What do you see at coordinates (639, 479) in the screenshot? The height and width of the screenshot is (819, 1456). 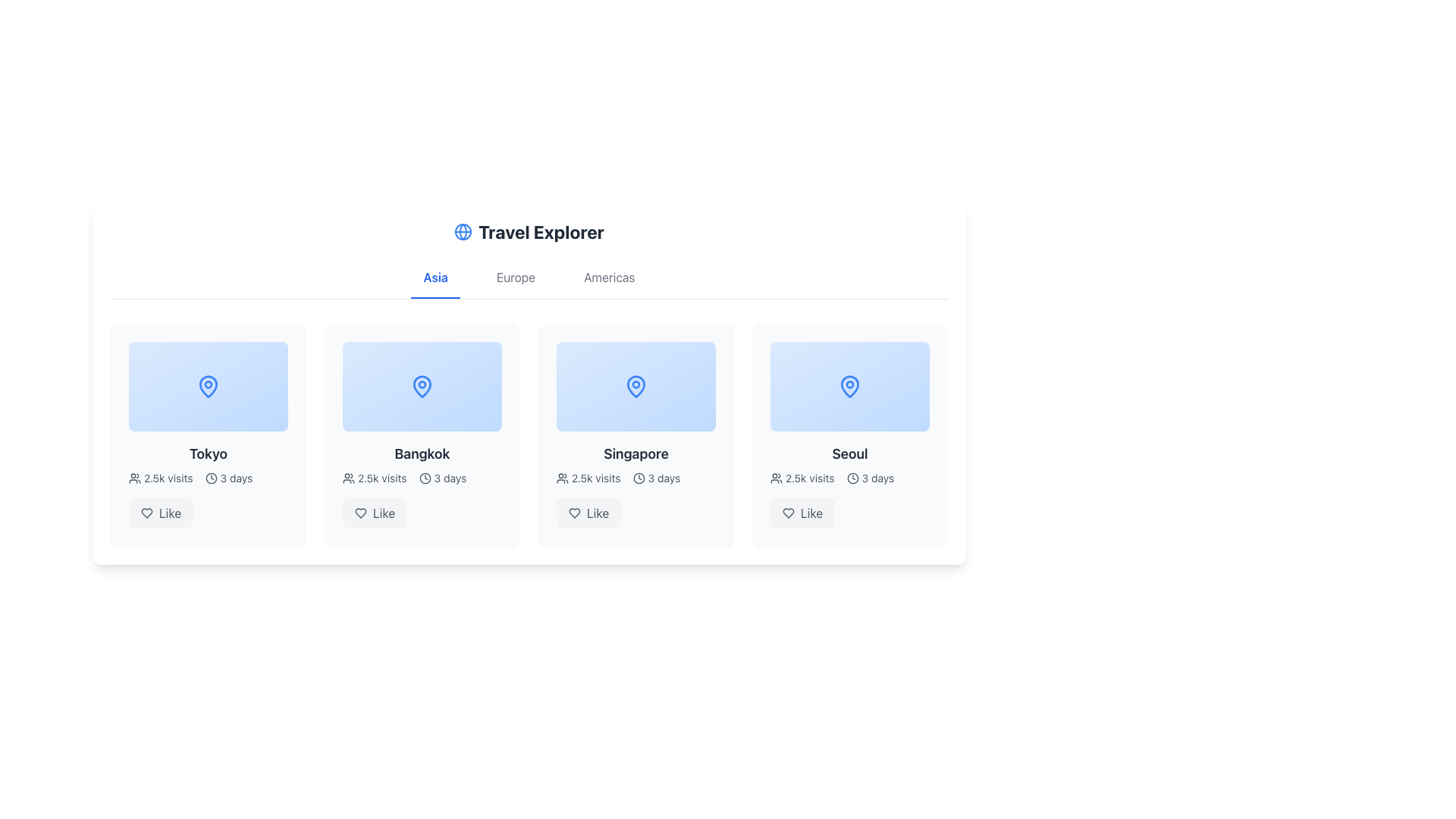 I see `the clock icon represented by the circular shape element, which serves as the boundary of the clock's face, located near the 'Singapore' item in the destination card` at bounding box center [639, 479].